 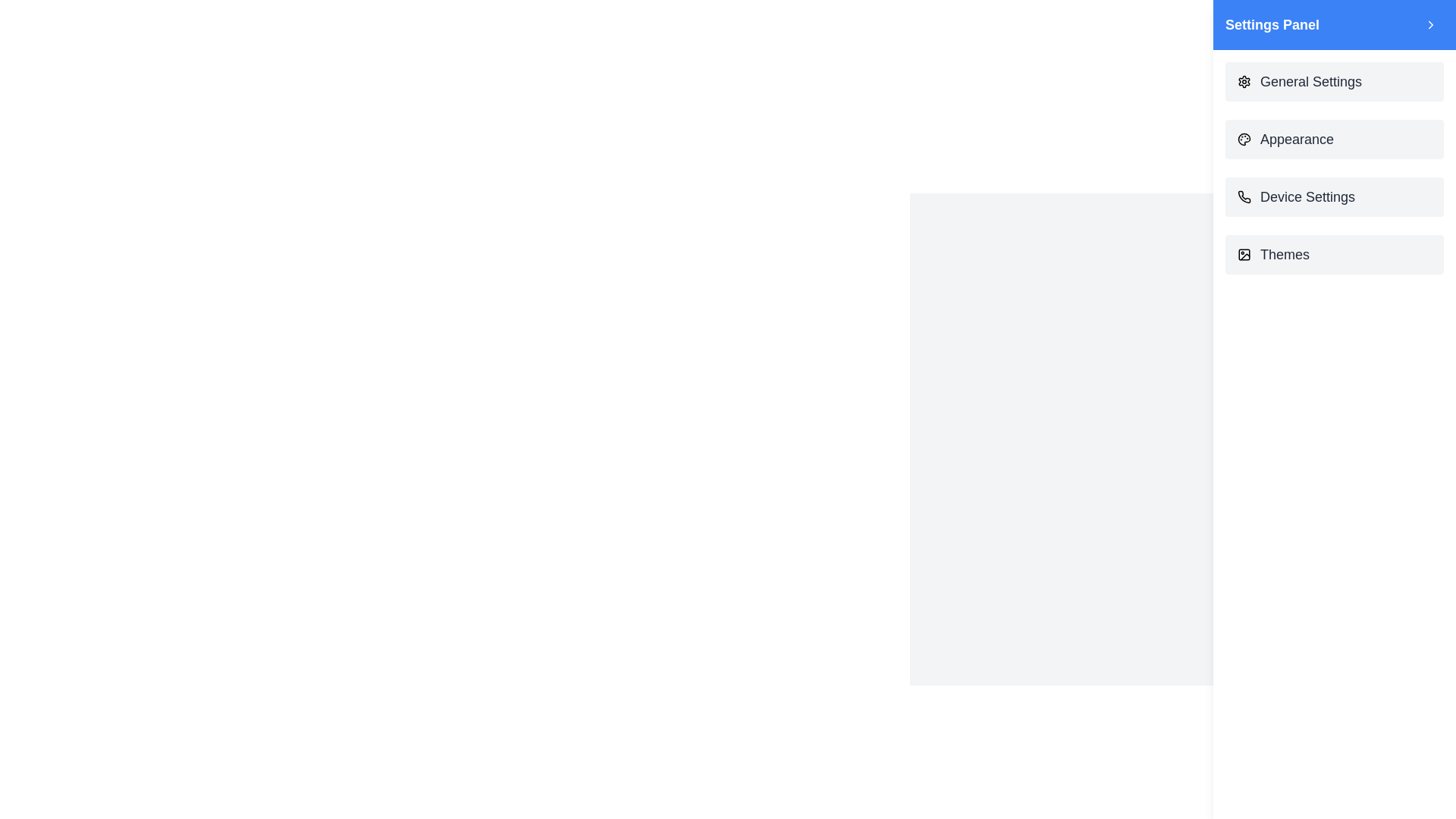 What do you see at coordinates (1335, 140) in the screenshot?
I see `the 'Appearance' button, which is the second item in the vertical list on the right side of the interface` at bounding box center [1335, 140].